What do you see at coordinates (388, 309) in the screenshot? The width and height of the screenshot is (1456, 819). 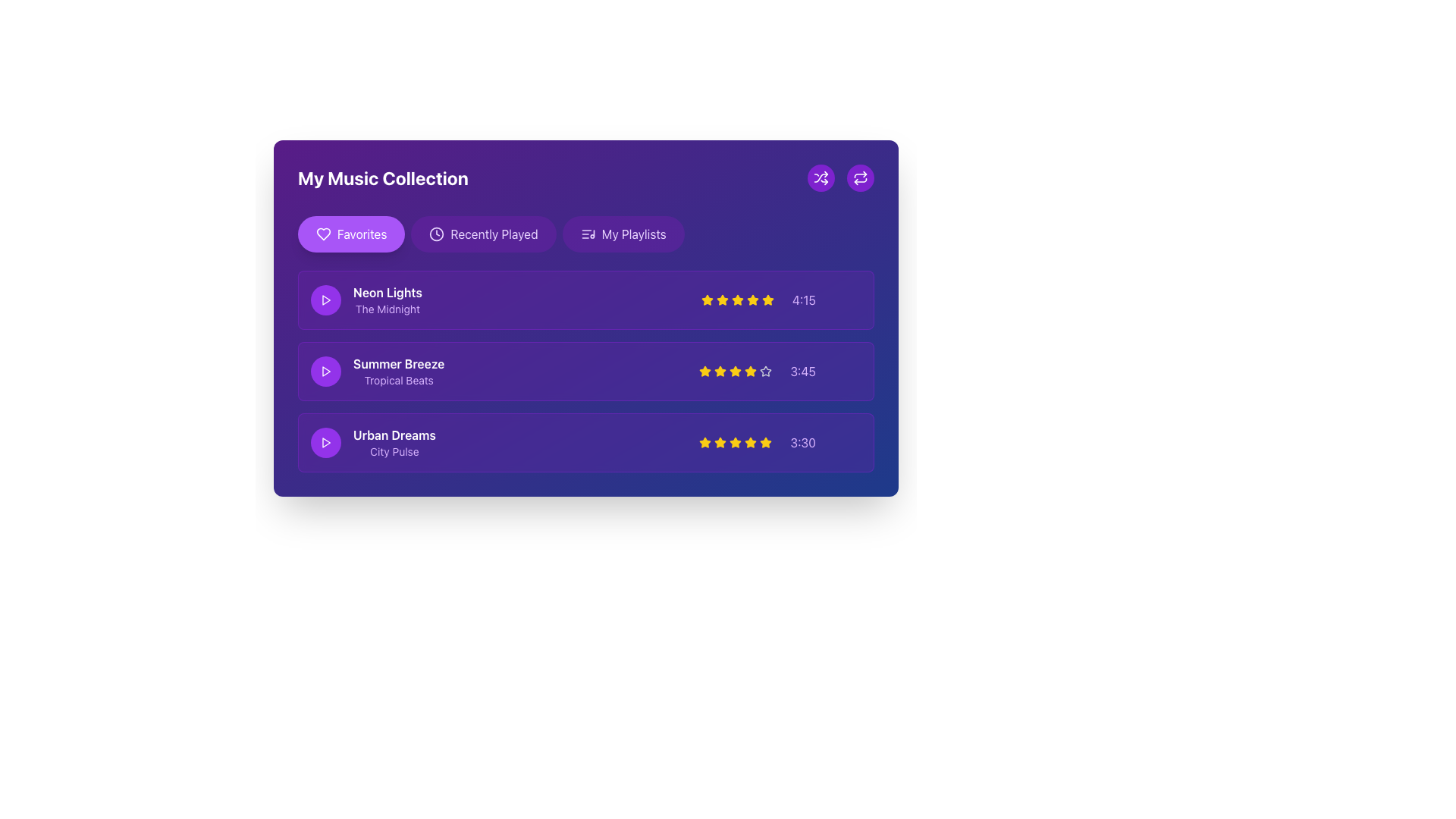 I see `the text label displaying 'The Midnight'` at bounding box center [388, 309].